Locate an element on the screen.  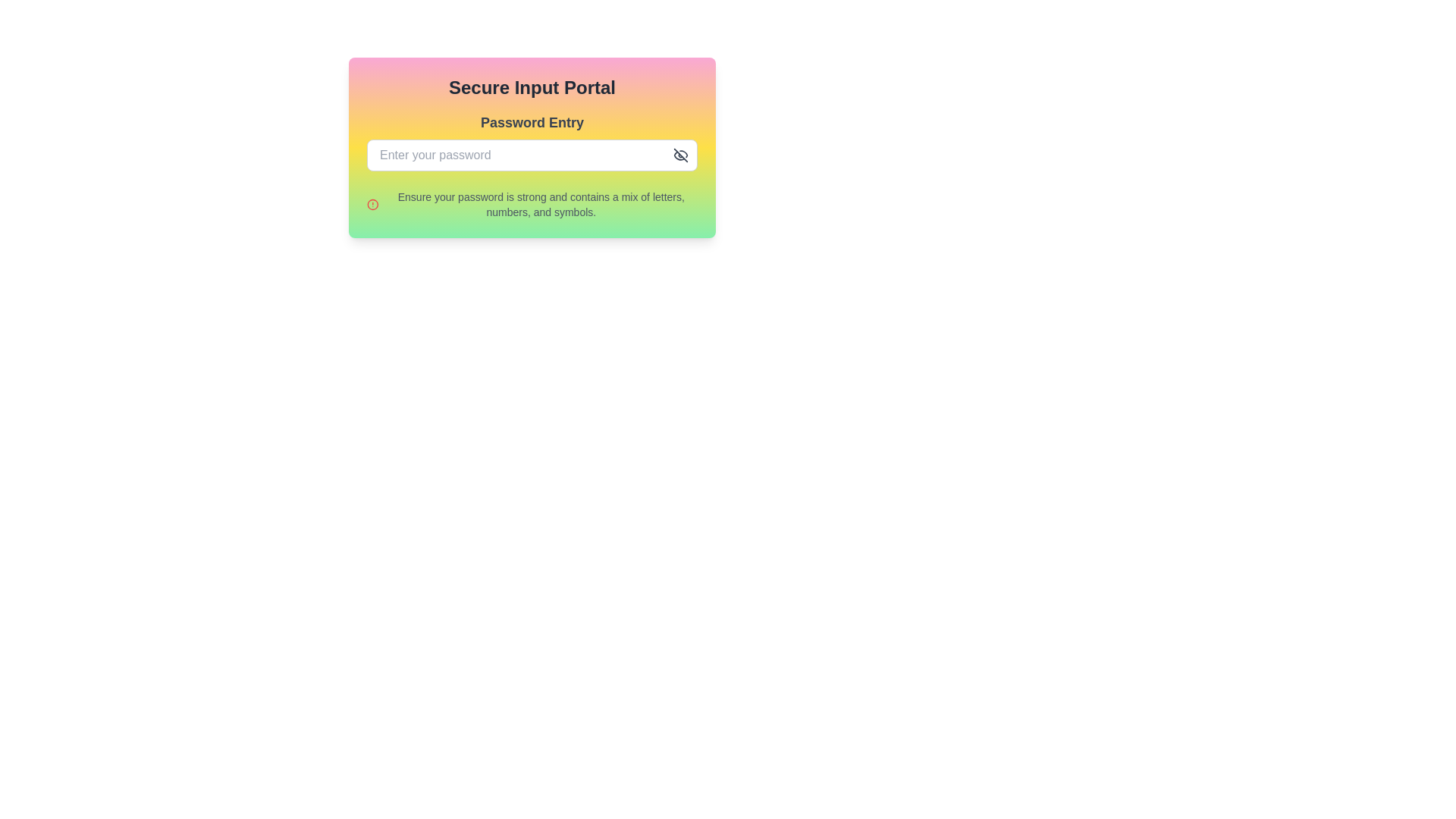
the descriptive label for the password input field, which is located directly above the password input box in the vertically structured form layout is located at coordinates (532, 122).